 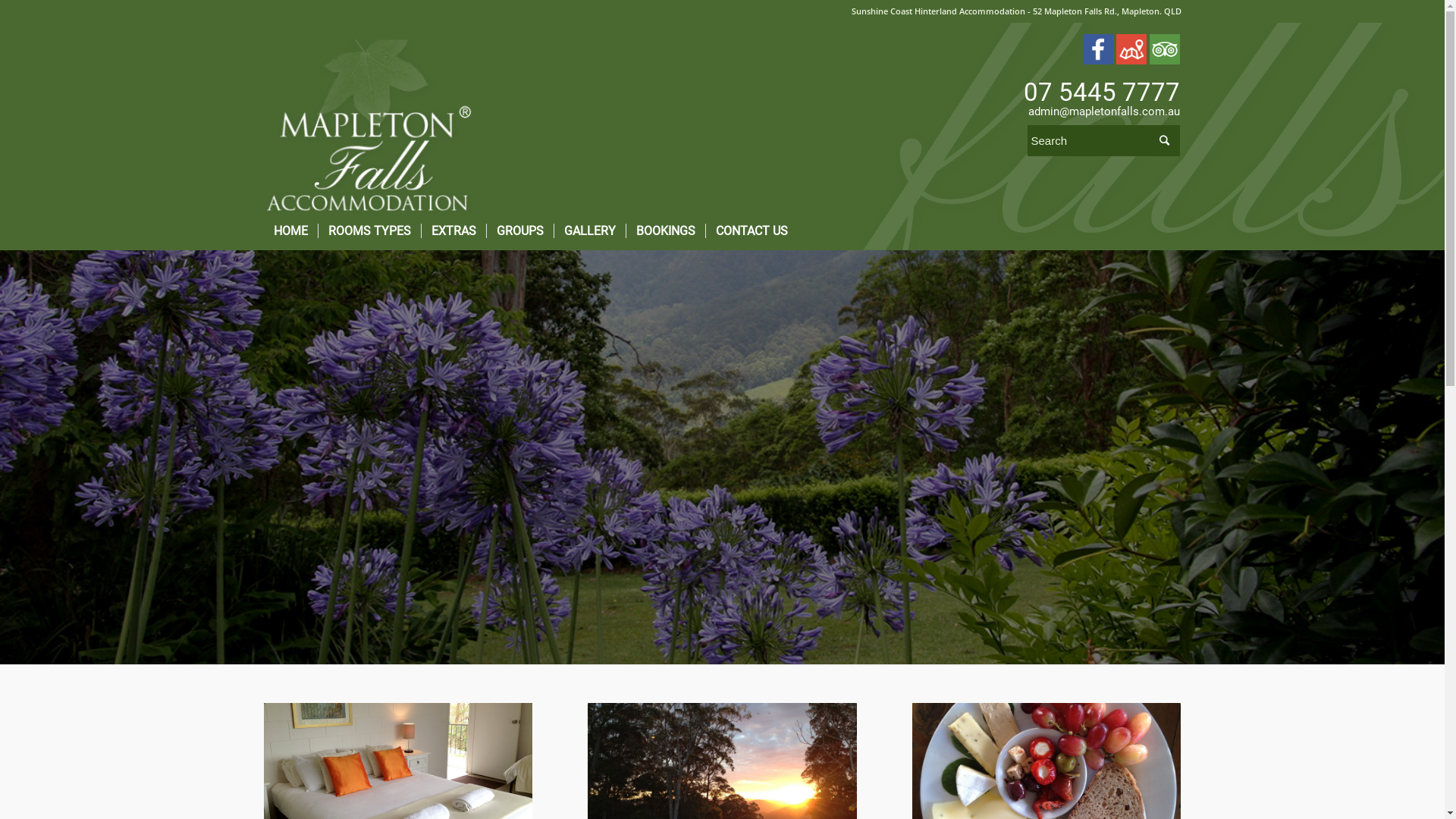 I want to click on '5', so click(x=721, y=456).